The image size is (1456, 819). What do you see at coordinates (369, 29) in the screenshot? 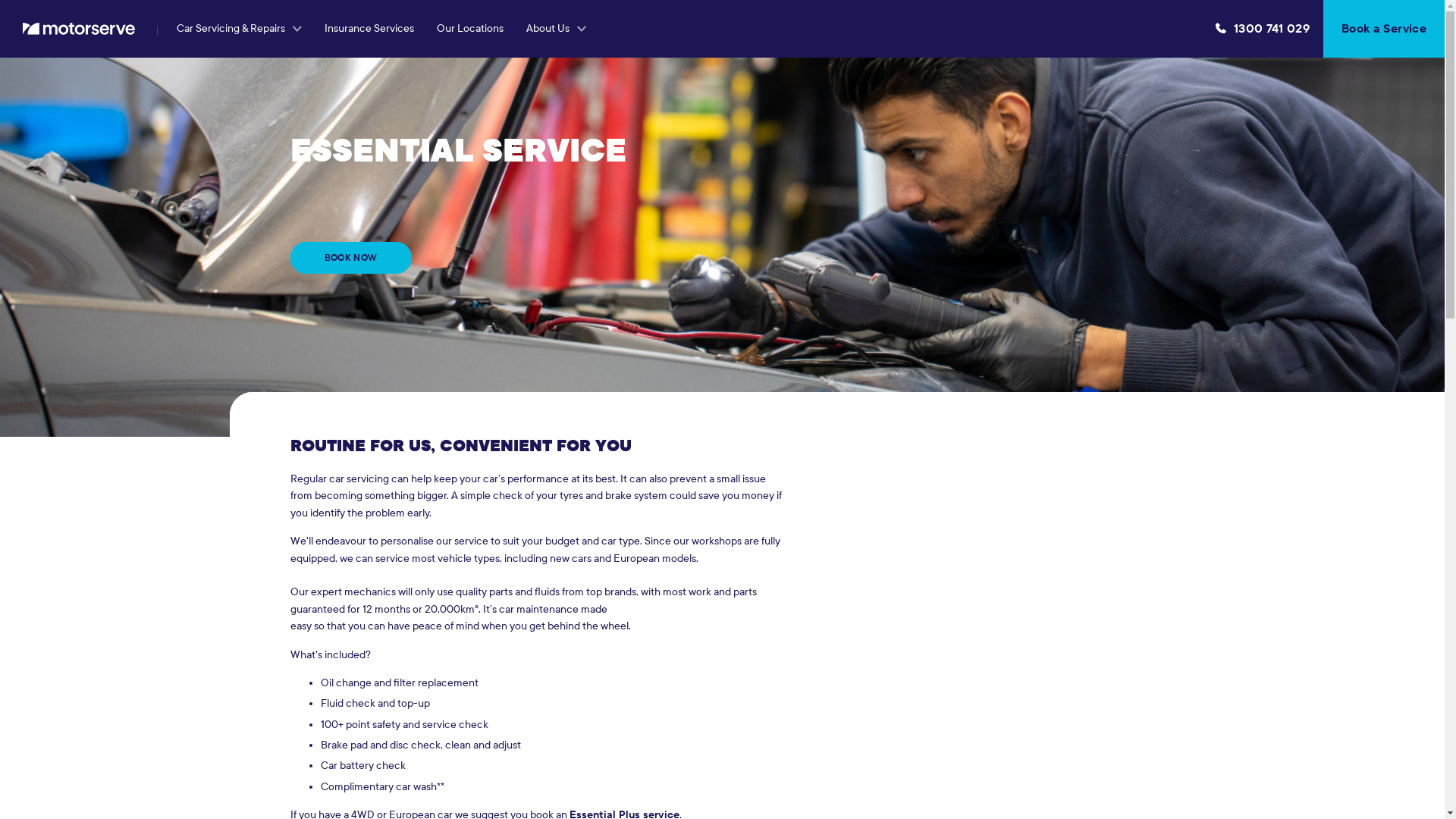
I see `'Insurance Services'` at bounding box center [369, 29].